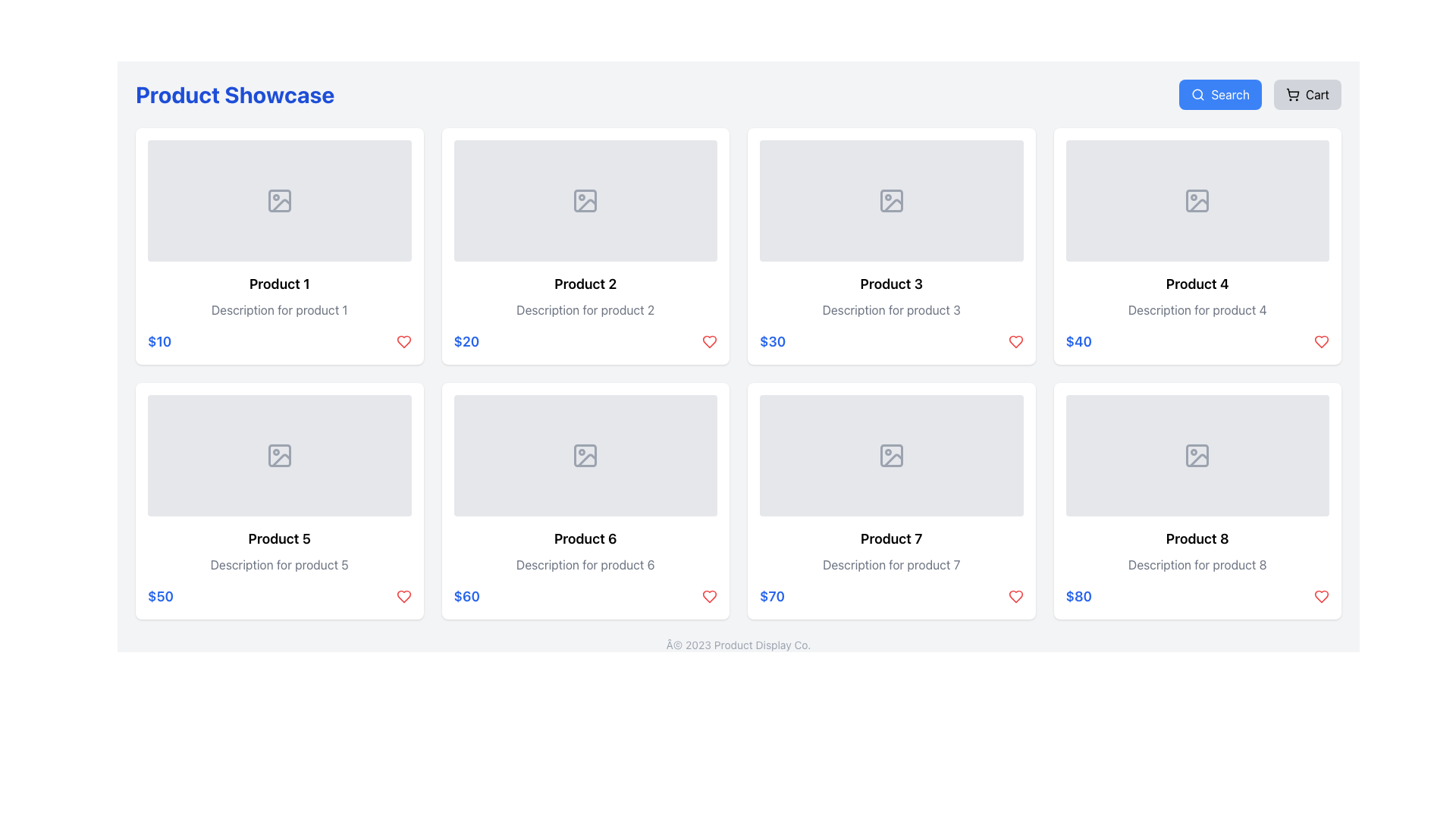 The height and width of the screenshot is (819, 1456). Describe the element at coordinates (279, 200) in the screenshot. I see `the image placeholder for 'Product 1', which occupies the majority of the horizontal space in the upper section of the card` at that location.